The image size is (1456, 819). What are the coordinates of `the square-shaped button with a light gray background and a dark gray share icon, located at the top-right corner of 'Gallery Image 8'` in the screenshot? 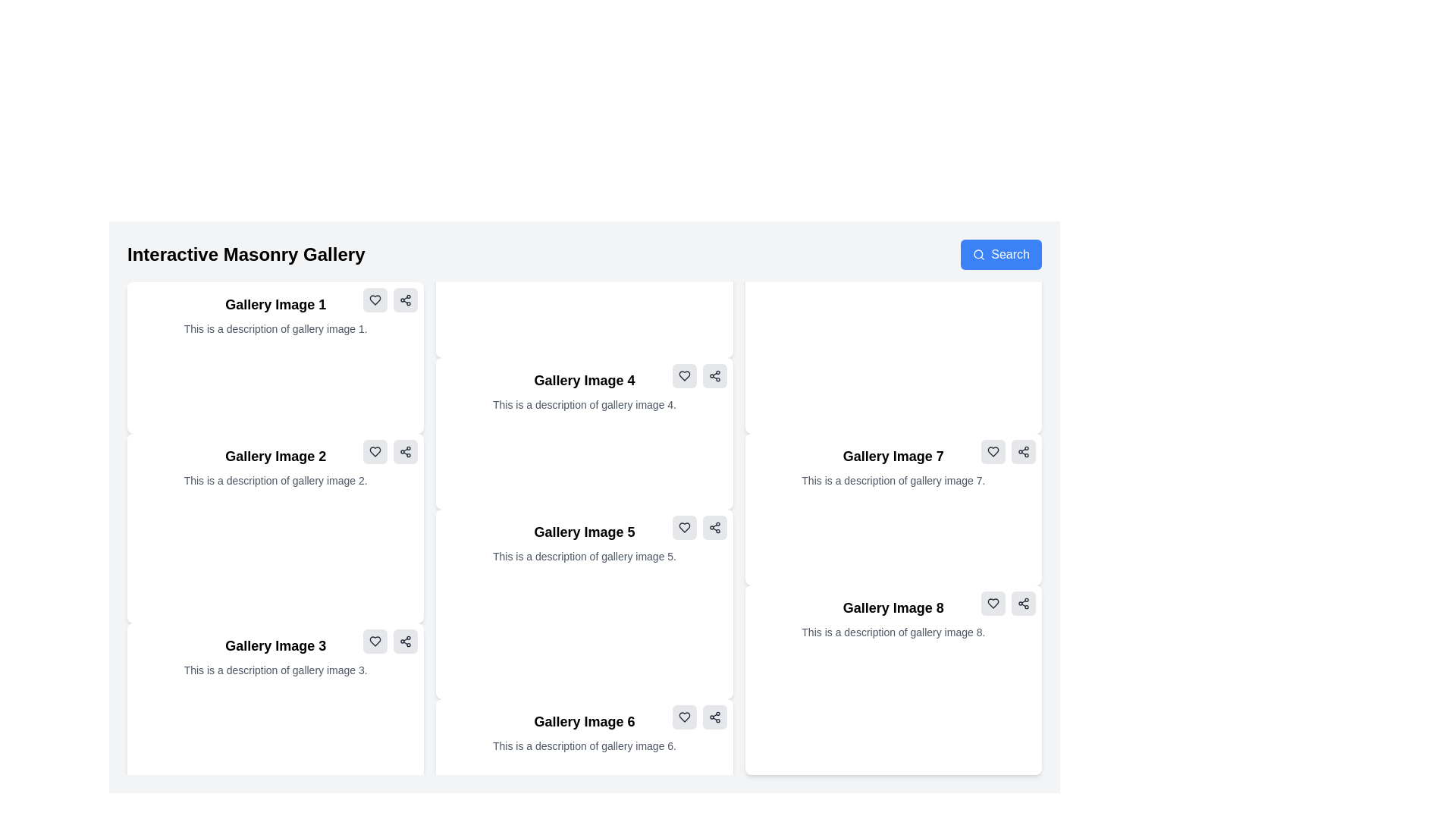 It's located at (1023, 602).